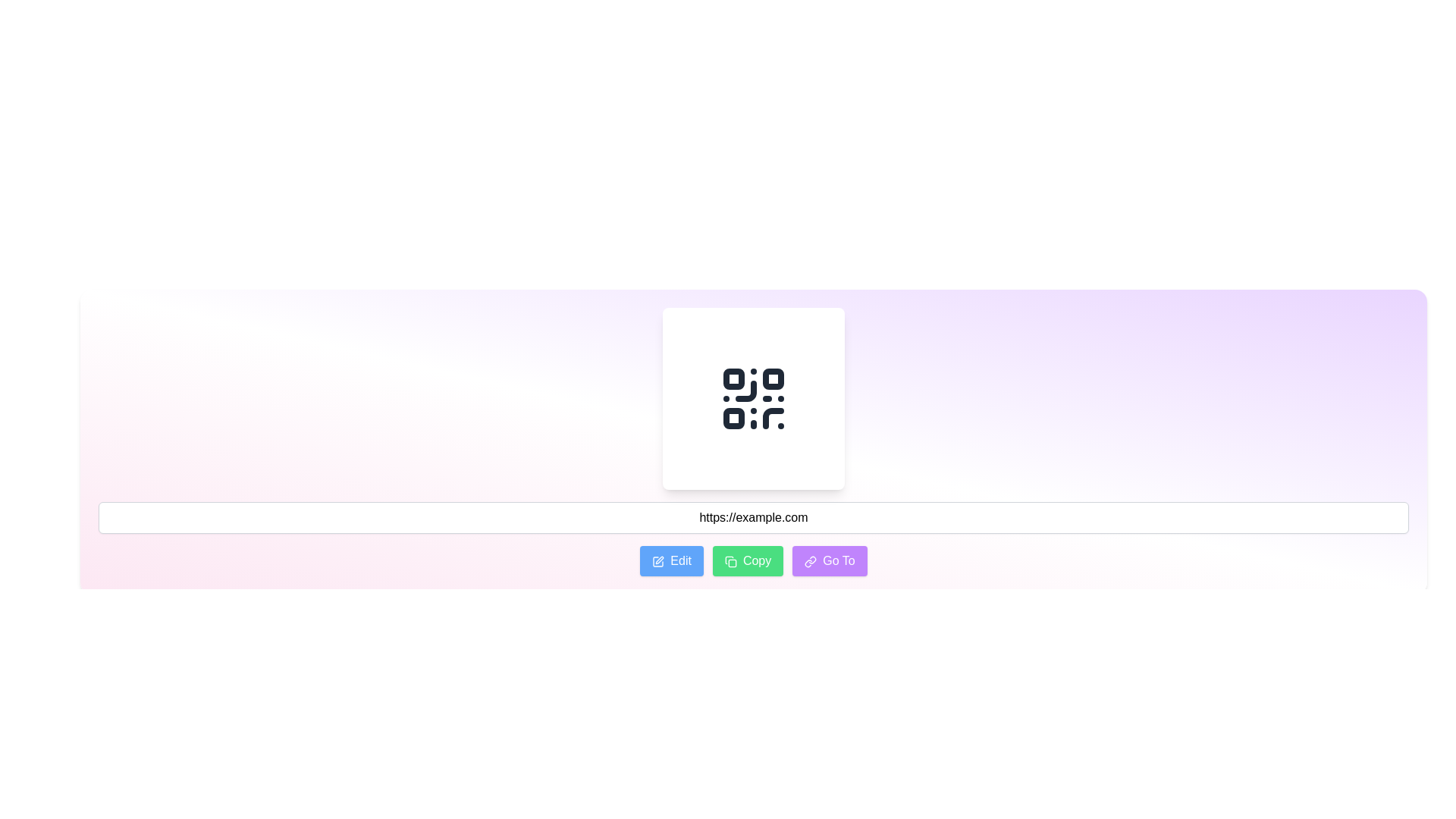  I want to click on the second button located between the 'Edit' (blue background) and 'Go To' (purple background) buttons to copy the contents of the associated text field to the clipboard, so click(748, 561).